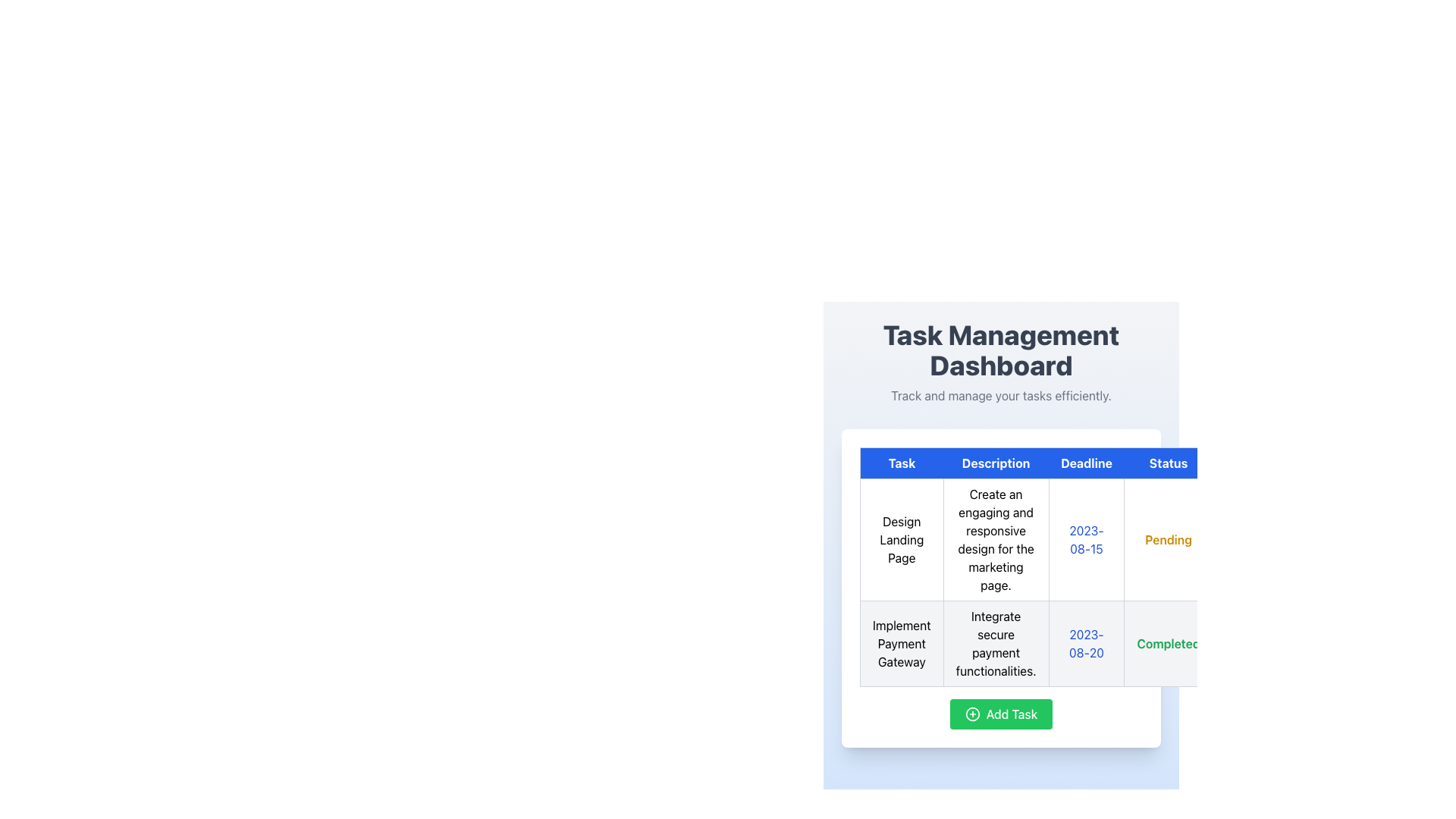  What do you see at coordinates (1001, 394) in the screenshot?
I see `text label displaying 'Track and manage your tasks efficiently.' located below the 'Task Management Dashboard' title` at bounding box center [1001, 394].